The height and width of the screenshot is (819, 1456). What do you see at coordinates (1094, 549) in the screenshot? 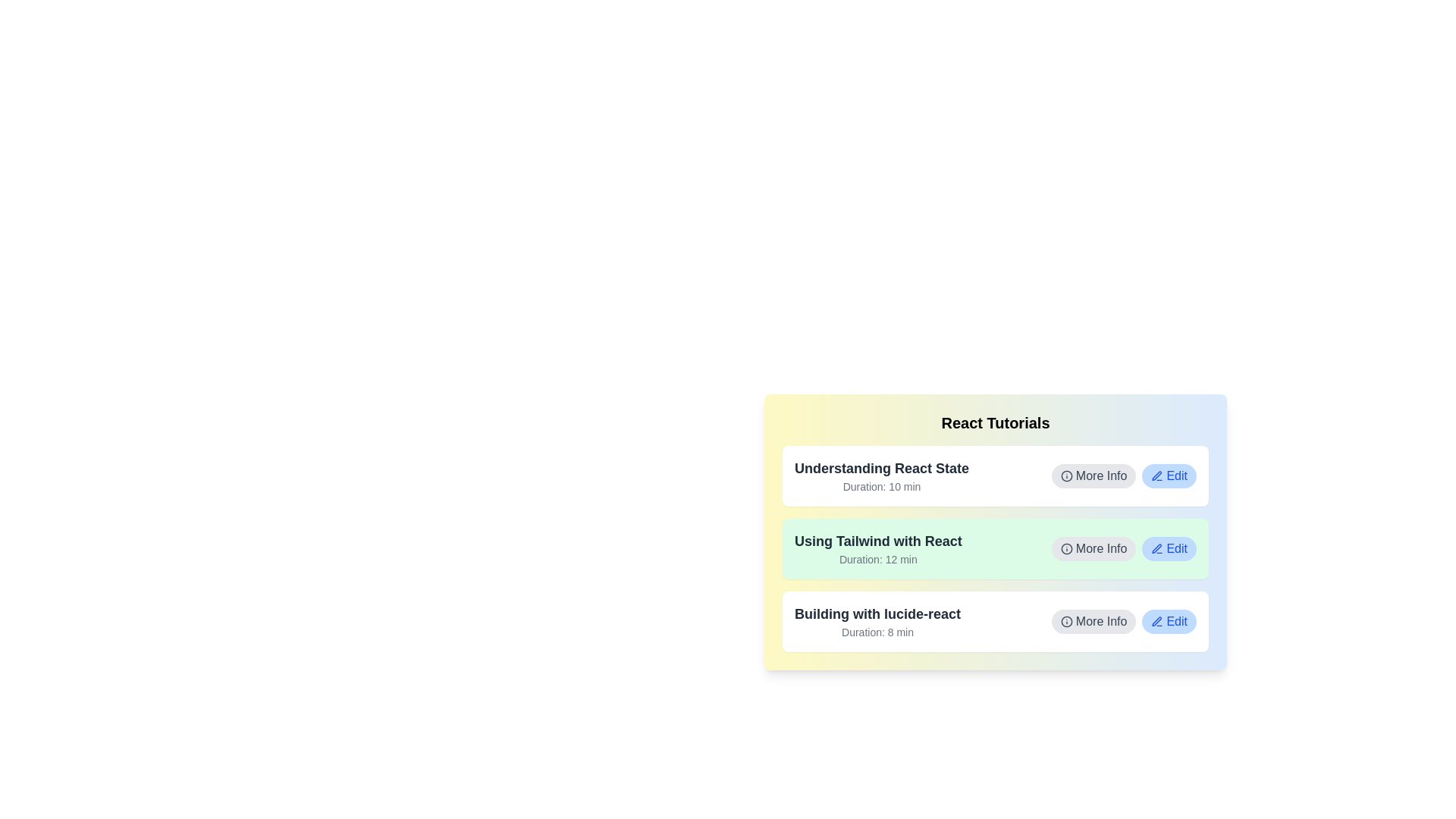
I see `'More Info' button for the tutorial titled 'Using Tailwind with React'` at bounding box center [1094, 549].